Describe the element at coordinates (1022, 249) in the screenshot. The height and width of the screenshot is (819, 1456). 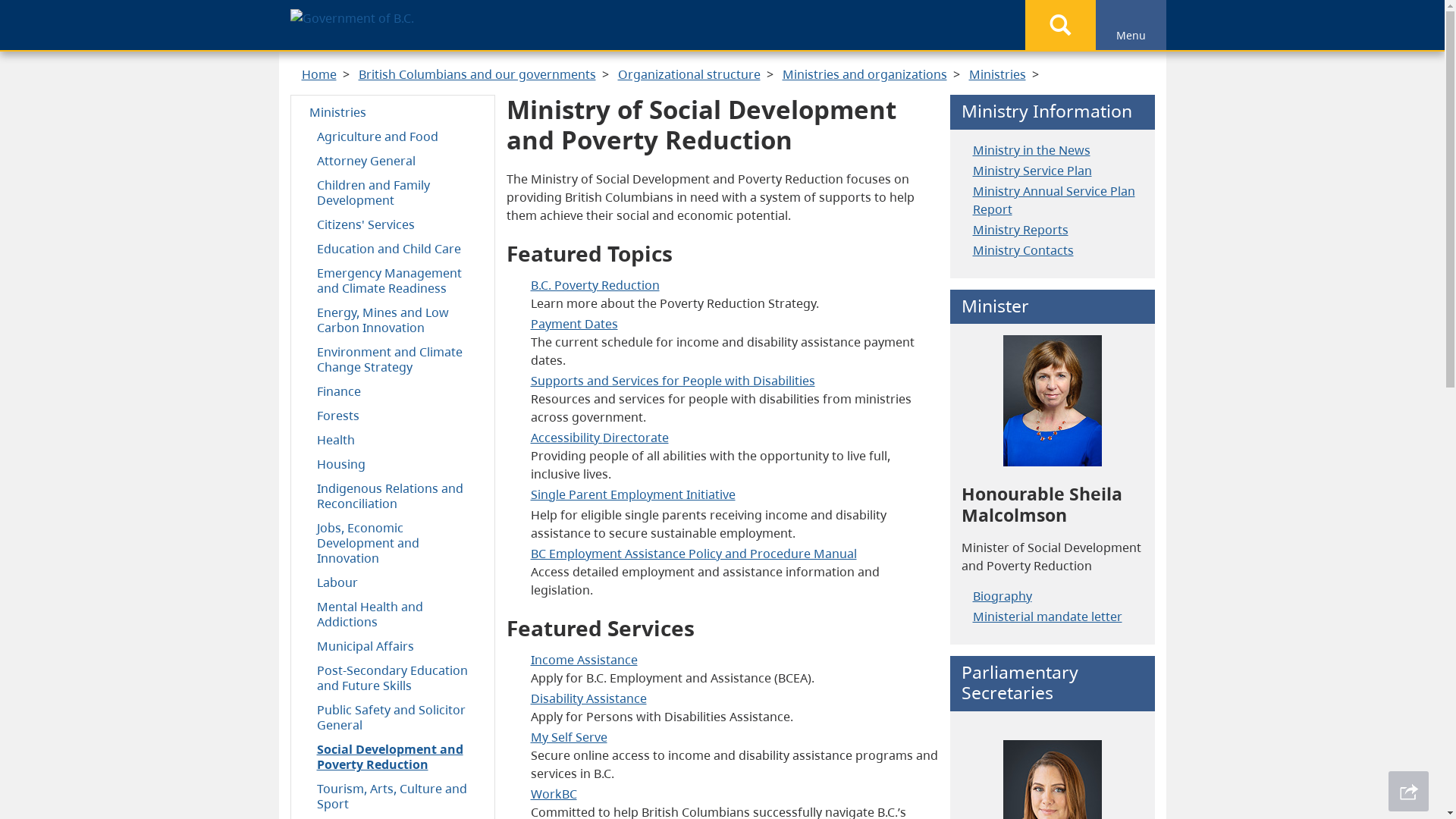
I see `'Ministry Contacts'` at that location.